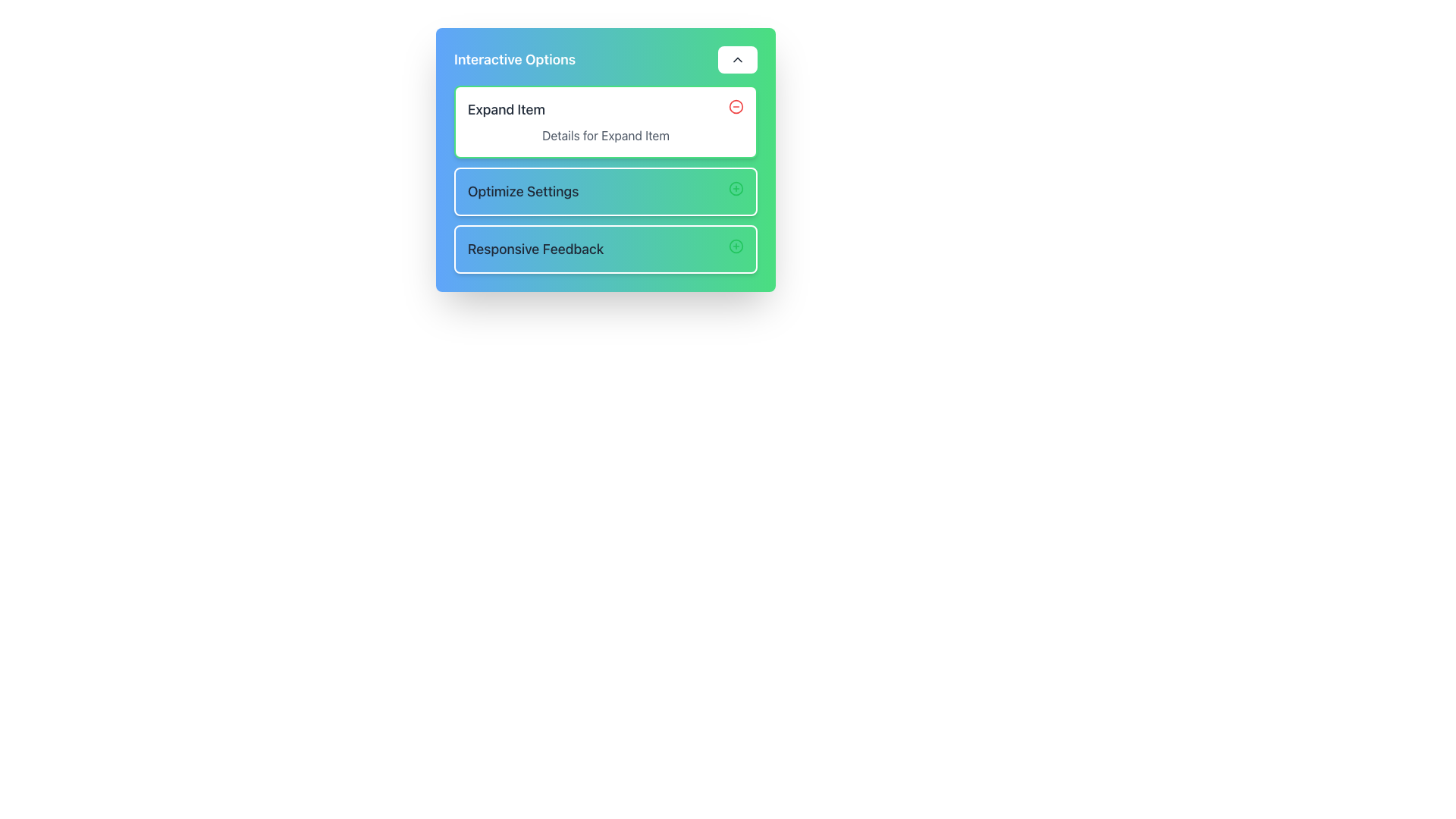 The width and height of the screenshot is (1456, 819). What do you see at coordinates (523, 191) in the screenshot?
I see `the 'Optimize Settings' static text element, which is displayed in a bold, medium-sized font on a green and blue gradient background, positioned between 'Expand Item' and 'Responsive Feedback'` at bounding box center [523, 191].